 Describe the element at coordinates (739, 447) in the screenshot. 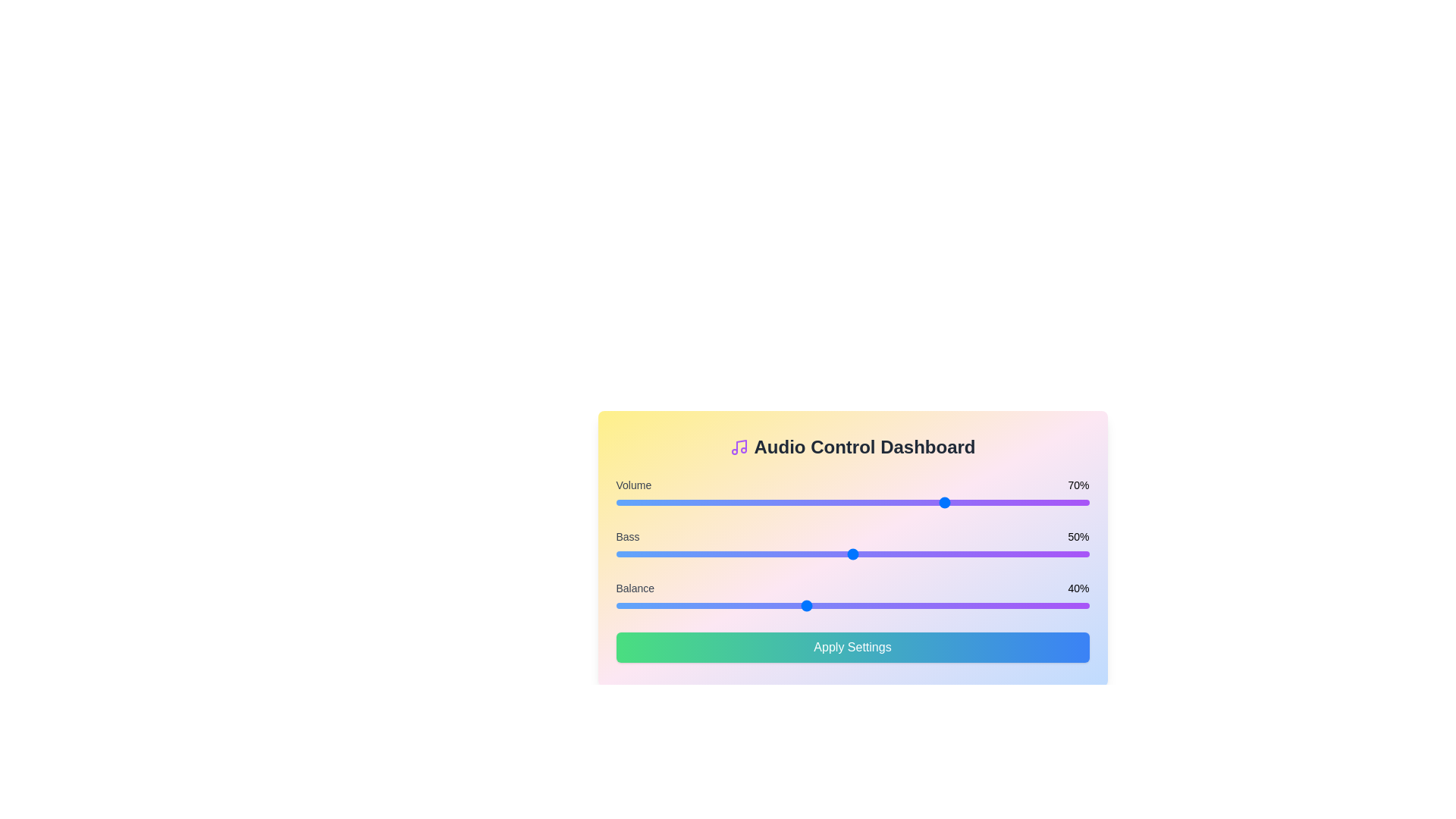

I see `the purple musical note icon located to the left of the 'Audio Control Dashboard' text` at that location.